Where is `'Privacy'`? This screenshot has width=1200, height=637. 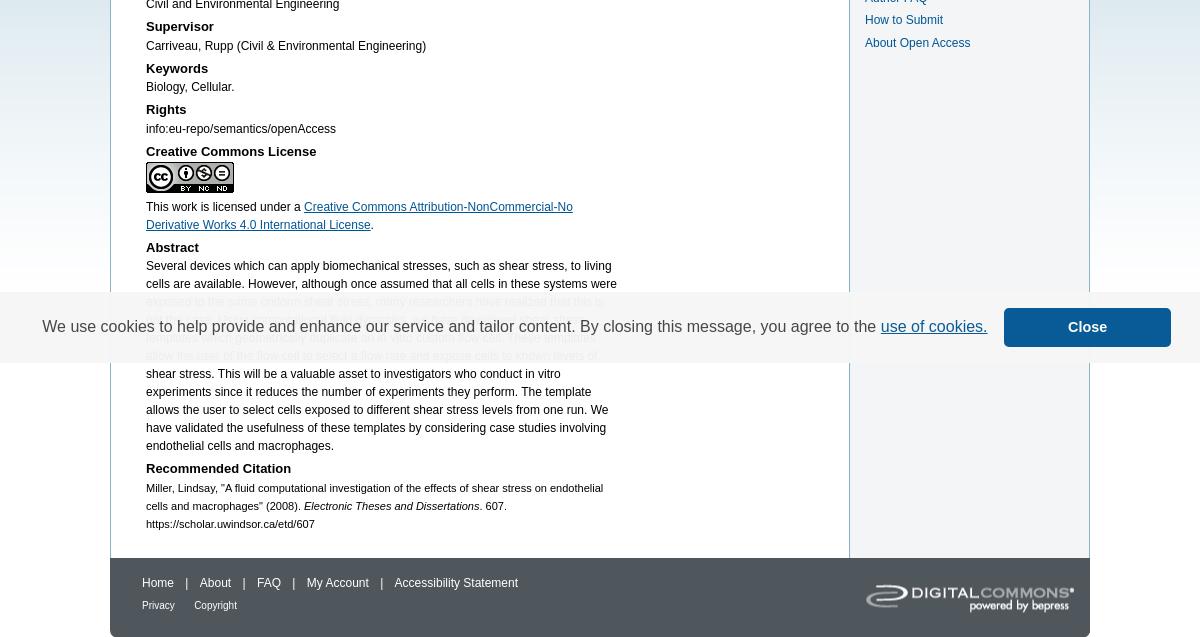 'Privacy' is located at coordinates (157, 604).